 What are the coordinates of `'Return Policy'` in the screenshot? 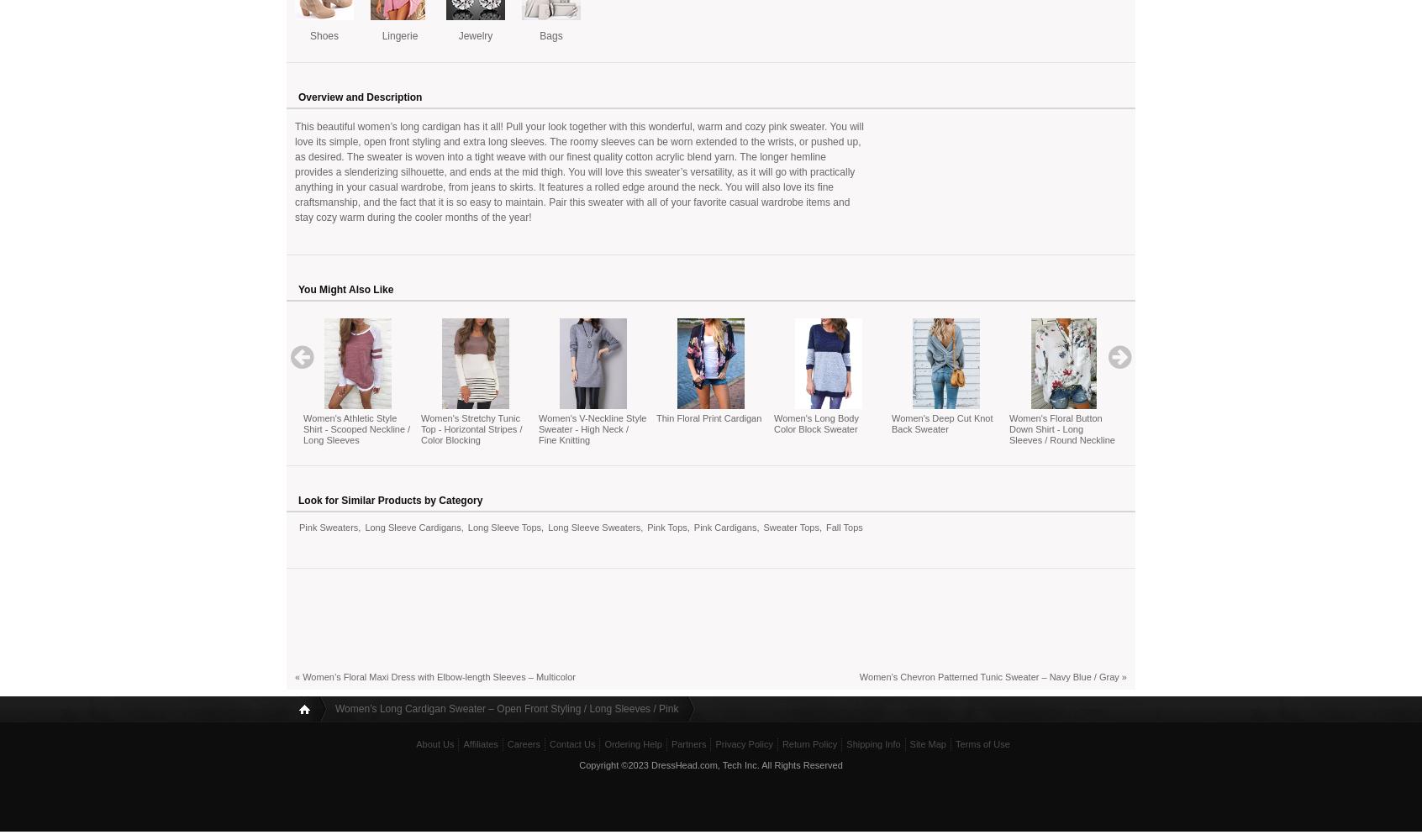 It's located at (781, 744).